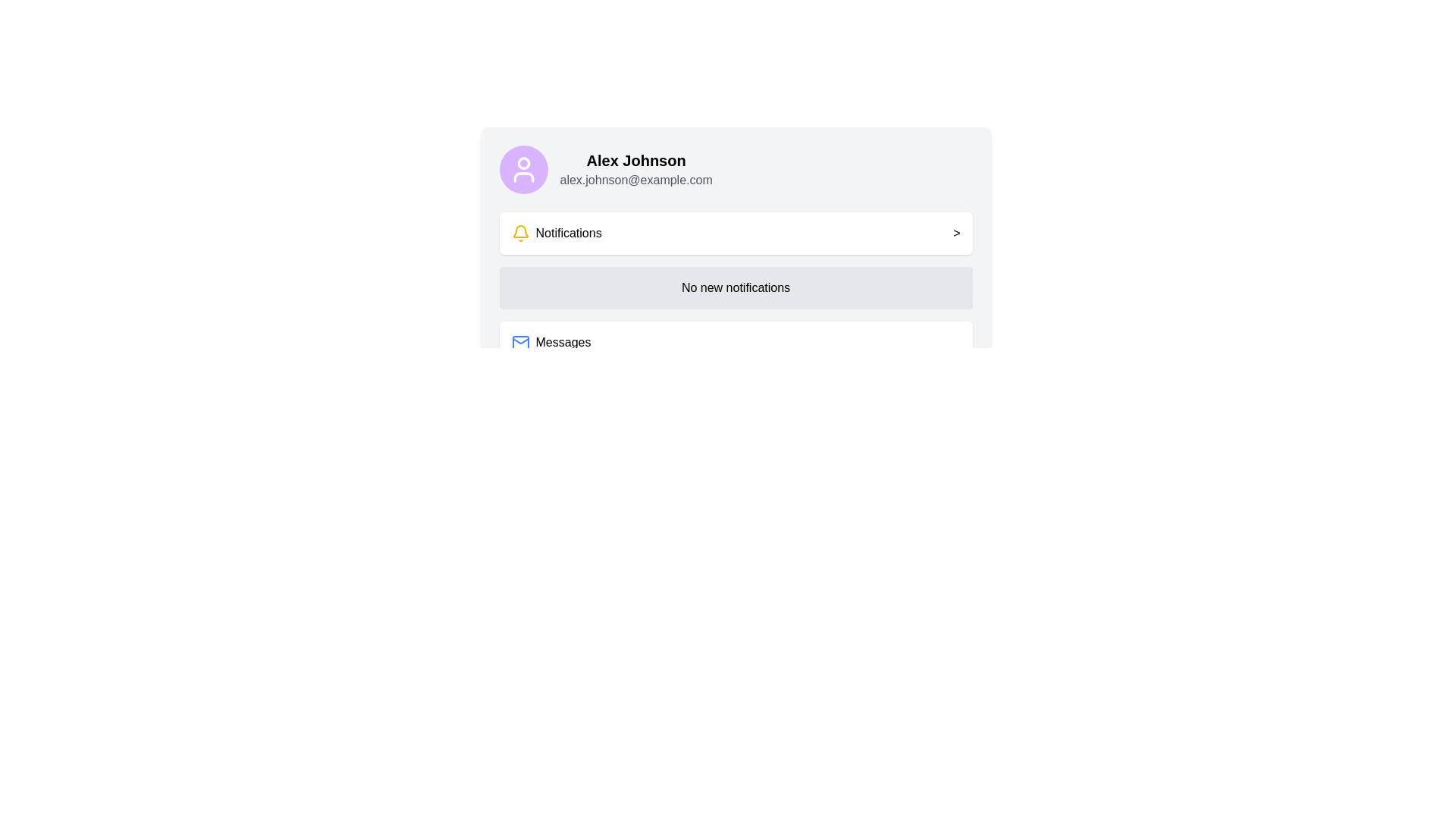 This screenshot has height=819, width=1456. Describe the element at coordinates (563, 342) in the screenshot. I see `the 'Messages' text label located beneath the 'Notifications' section to potentially display a tooltip` at that location.